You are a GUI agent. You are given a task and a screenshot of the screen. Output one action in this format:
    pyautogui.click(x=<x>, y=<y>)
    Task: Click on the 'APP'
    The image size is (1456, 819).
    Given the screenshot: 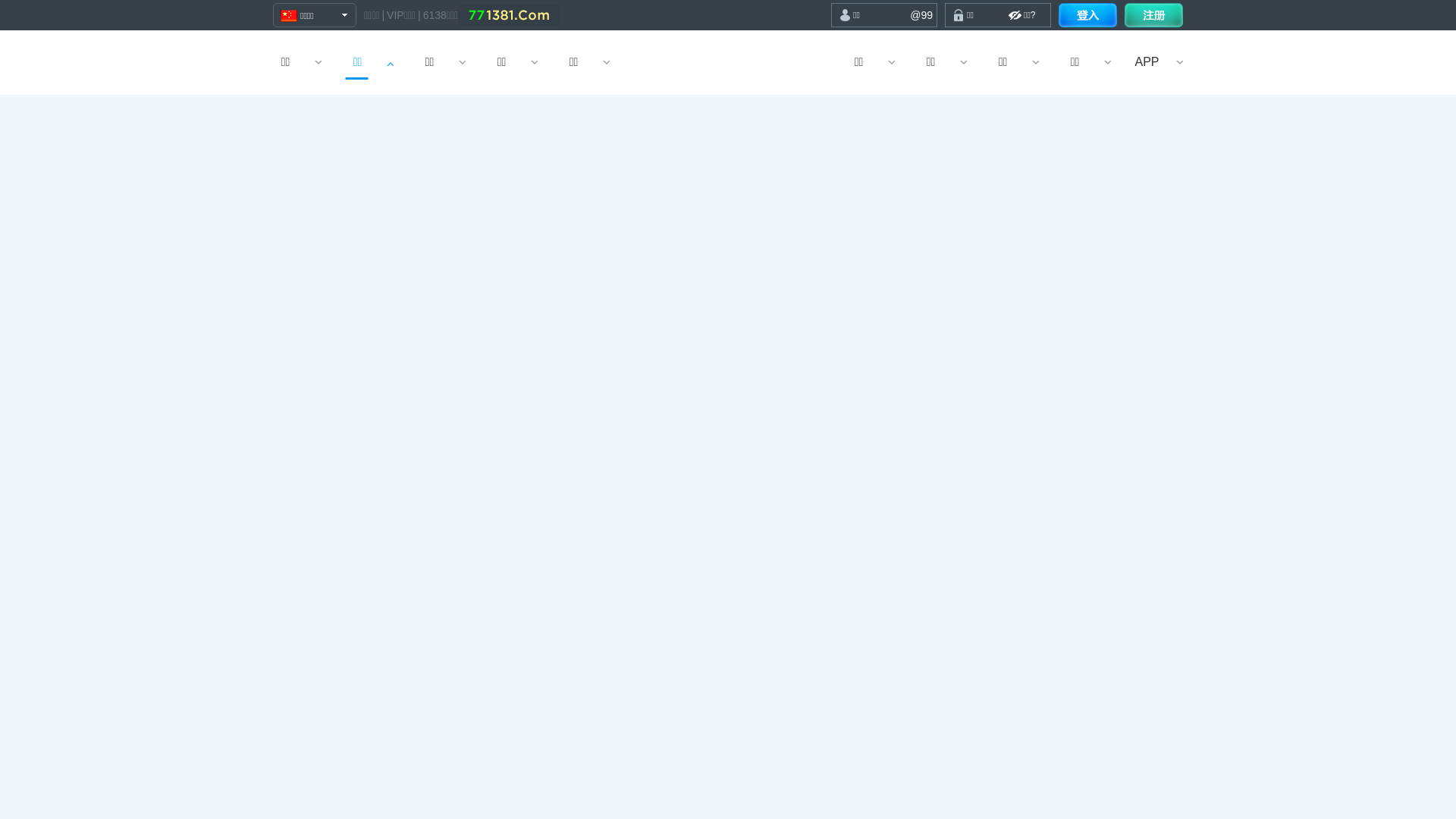 What is the action you would take?
    pyautogui.click(x=1147, y=61)
    